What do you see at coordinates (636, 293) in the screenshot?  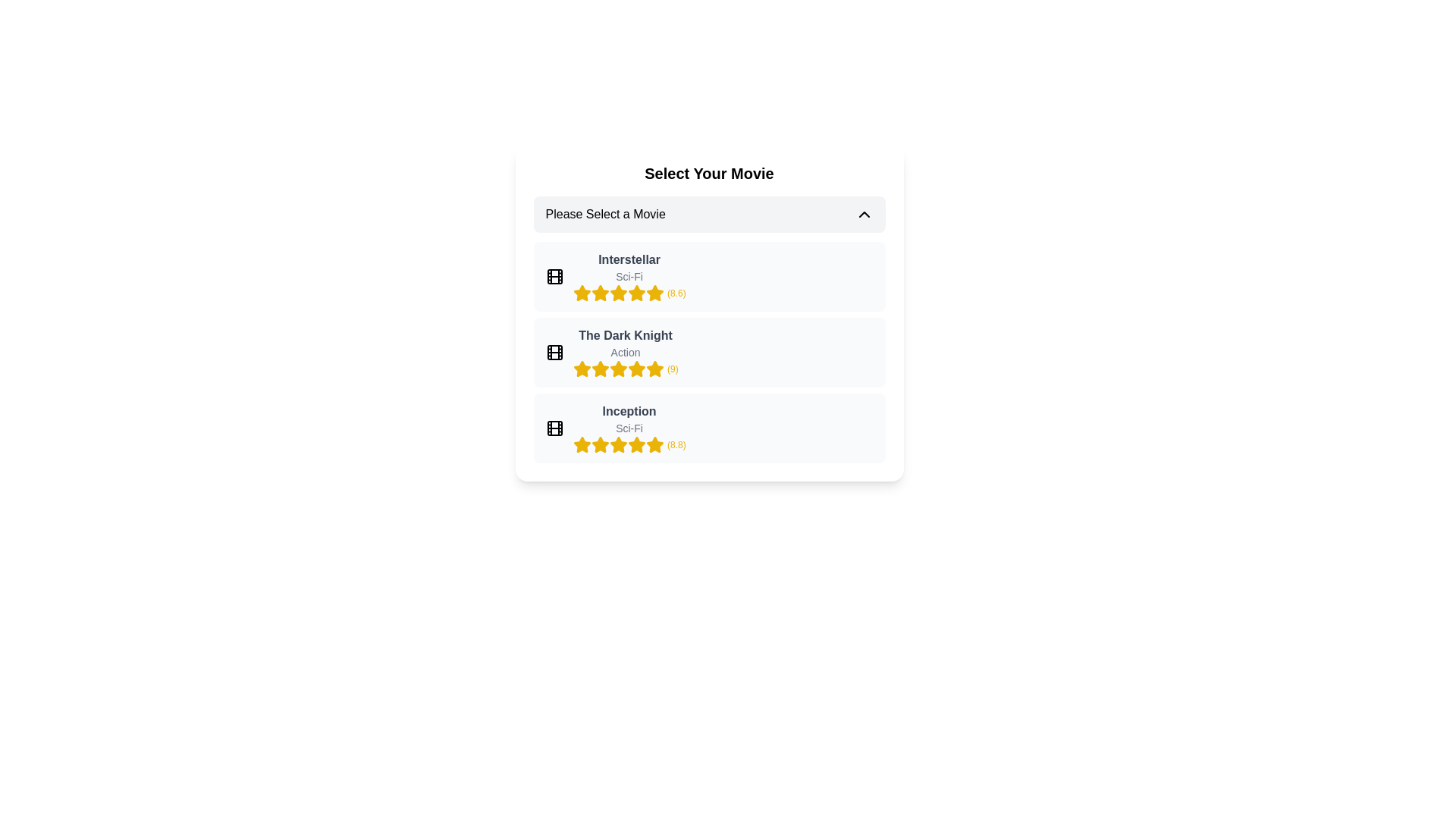 I see `the third star icon representing the rating for the 'Interstellar' movie in the first row of the list` at bounding box center [636, 293].